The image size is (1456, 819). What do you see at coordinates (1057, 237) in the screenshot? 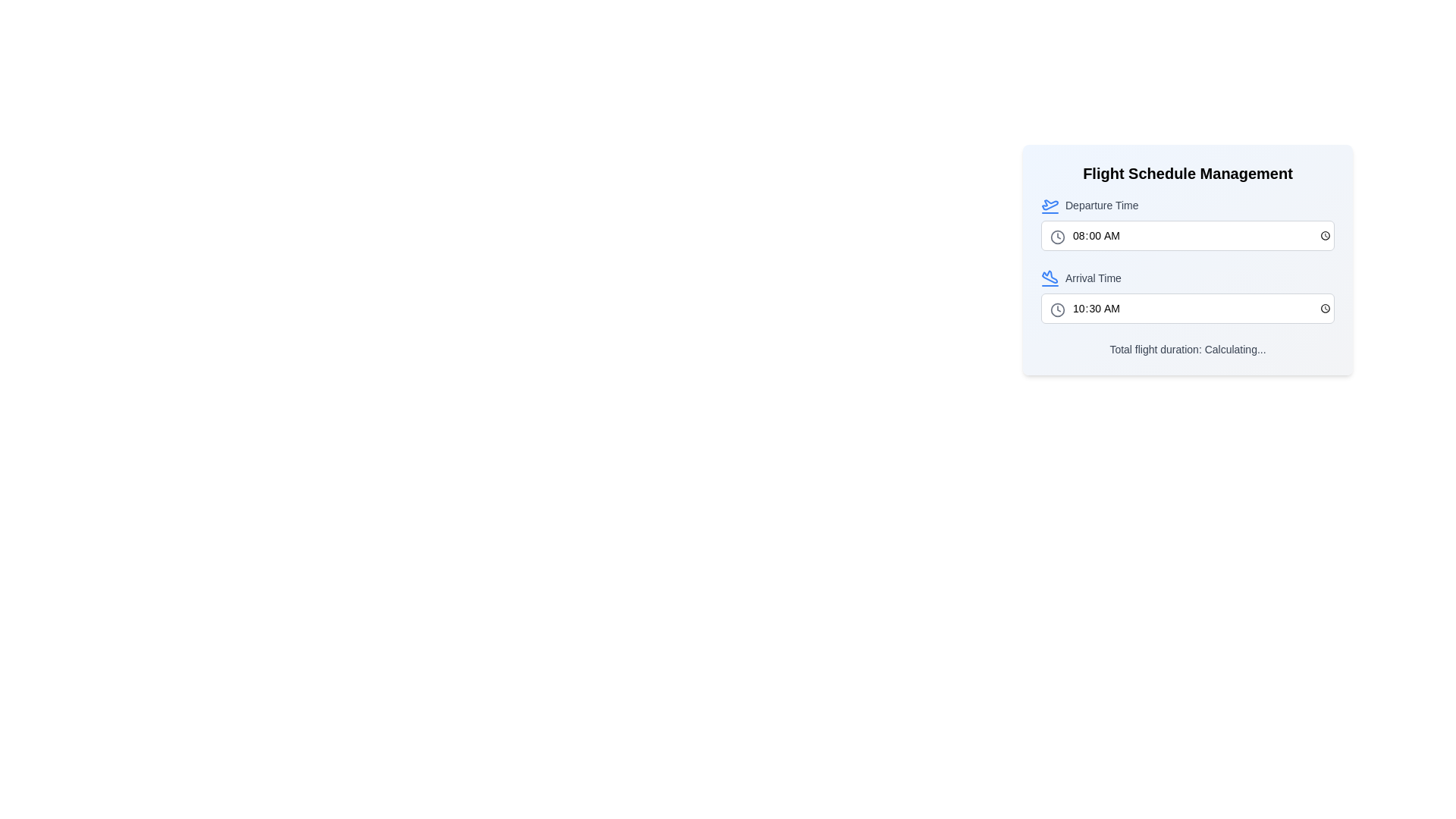
I see `the circular SVG icon component located next to the '08:00 AM' label in the 'Departure Time' section` at bounding box center [1057, 237].